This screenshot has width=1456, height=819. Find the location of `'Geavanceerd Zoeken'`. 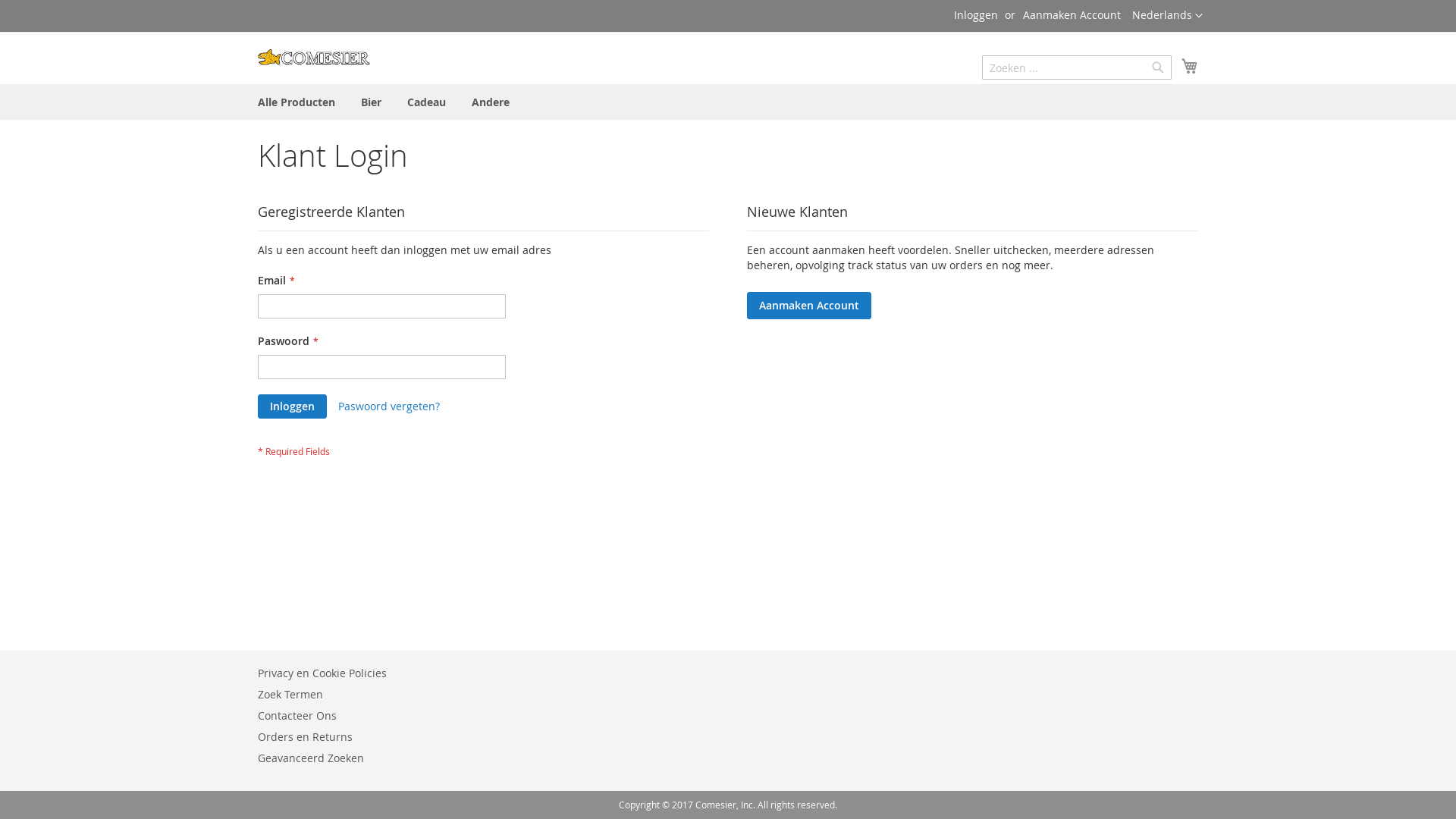

'Geavanceerd Zoeken' is located at coordinates (309, 758).